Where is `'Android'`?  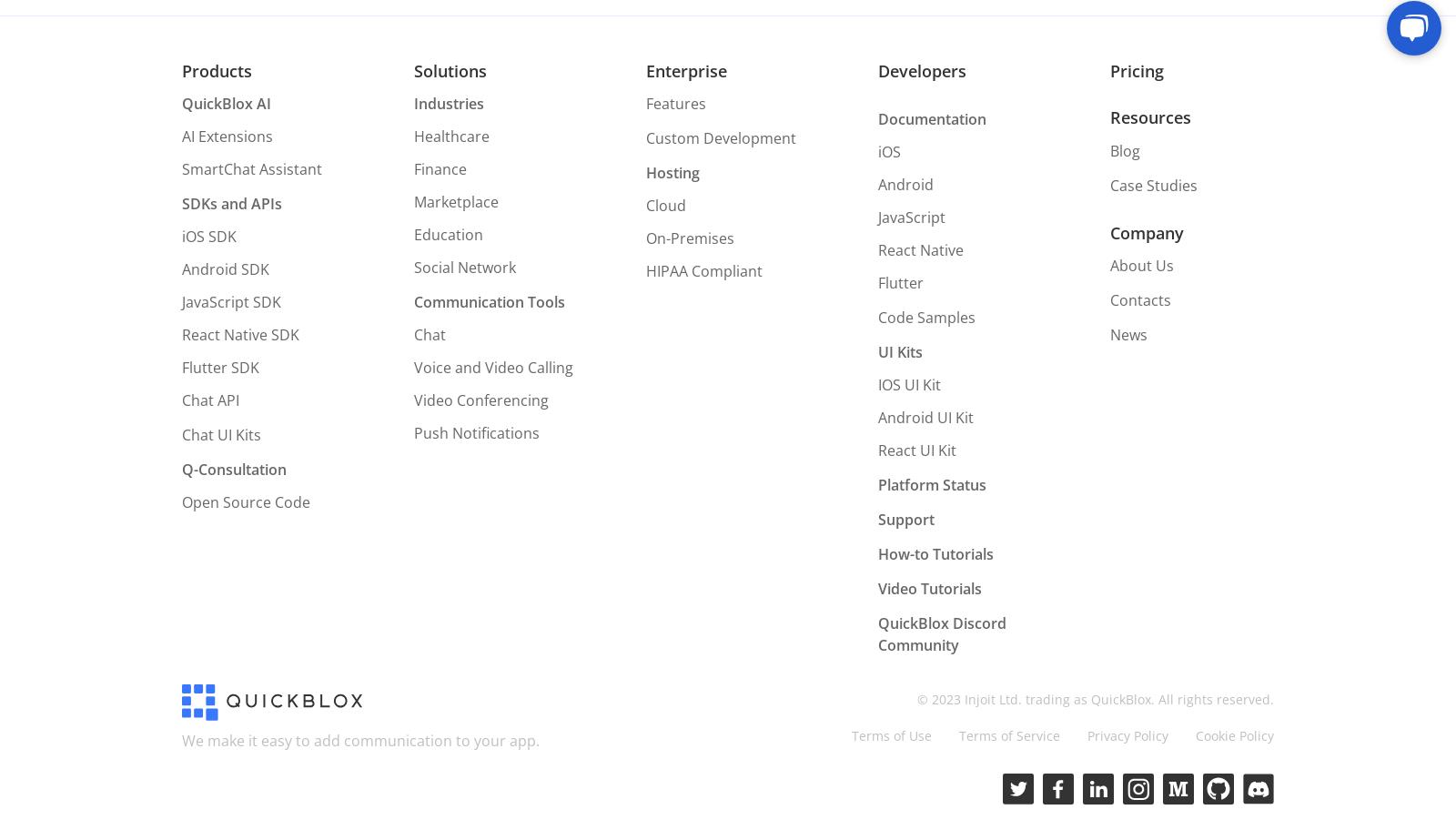
'Android' is located at coordinates (876, 184).